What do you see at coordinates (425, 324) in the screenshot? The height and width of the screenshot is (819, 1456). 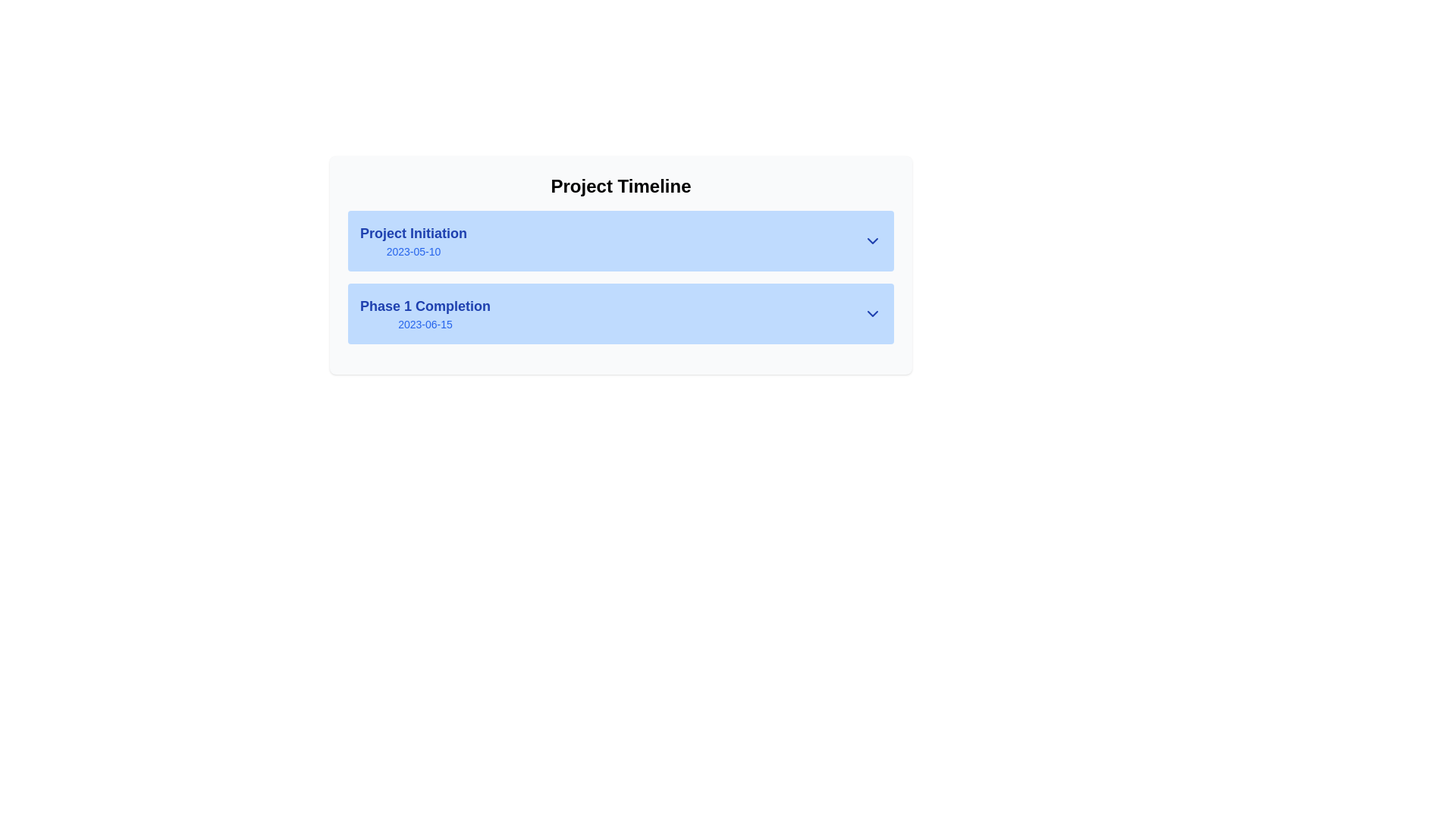 I see `displayed date text located below the 'Phase 1 Completion' label in the blue section of the UI` at bounding box center [425, 324].